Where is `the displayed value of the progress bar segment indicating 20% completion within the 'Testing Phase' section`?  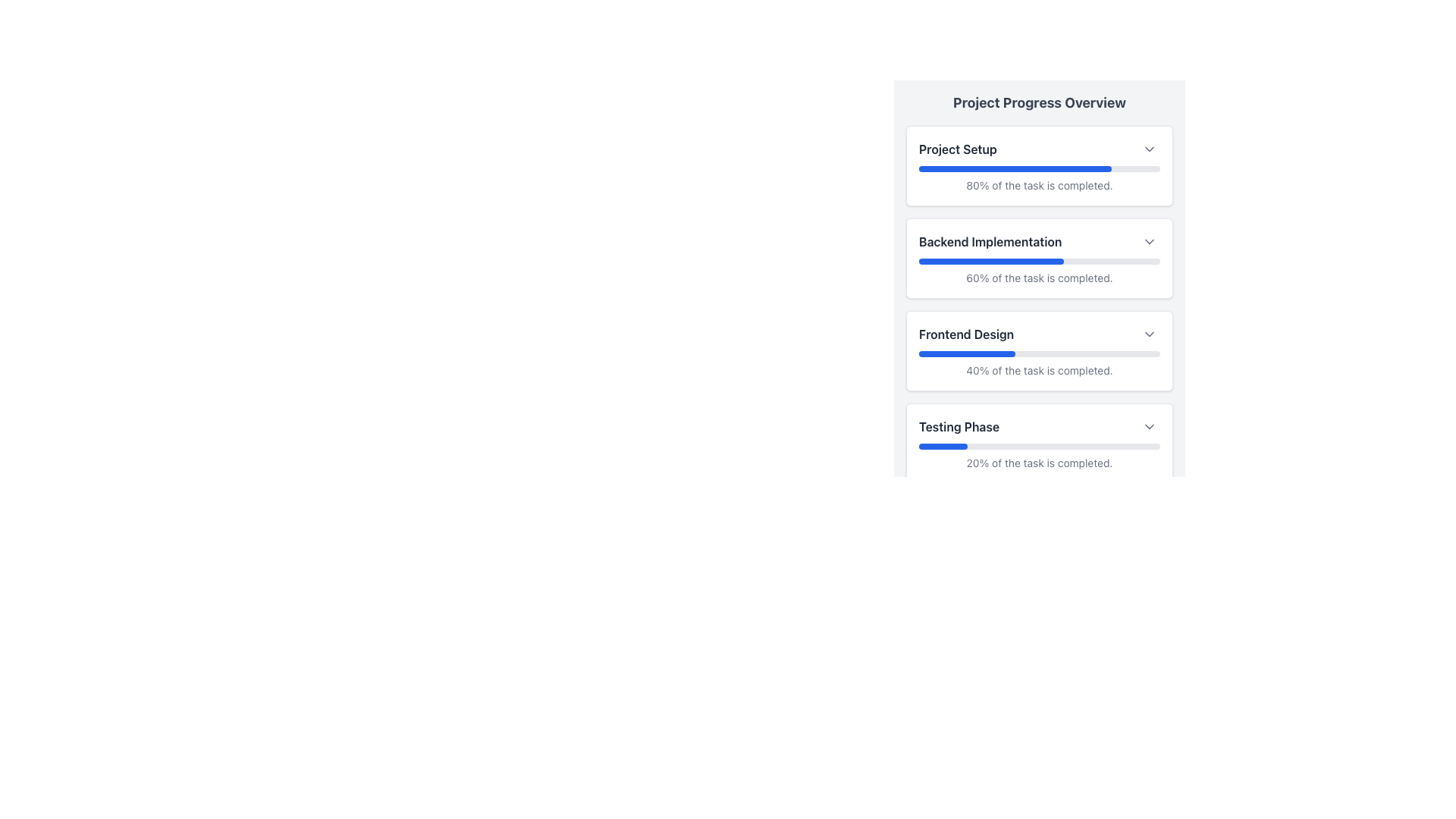 the displayed value of the progress bar segment indicating 20% completion within the 'Testing Phase' section is located at coordinates (942, 446).